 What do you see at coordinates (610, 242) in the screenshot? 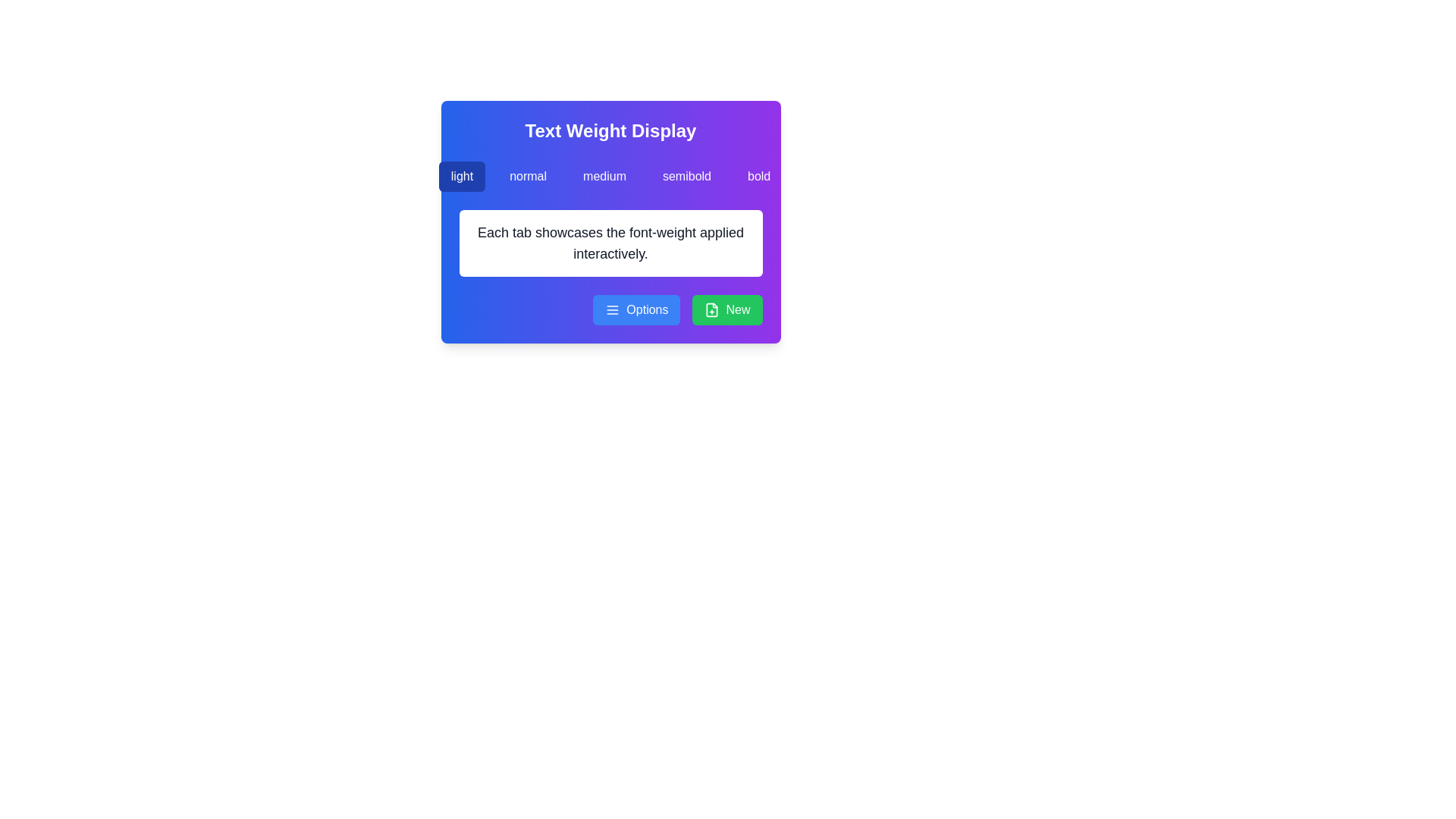
I see `the text label that displays the phrase 'Each tab showcases the font-weight applied interactively.' which is located within a white card-like structure below the header 'Text Weight Display'` at bounding box center [610, 242].